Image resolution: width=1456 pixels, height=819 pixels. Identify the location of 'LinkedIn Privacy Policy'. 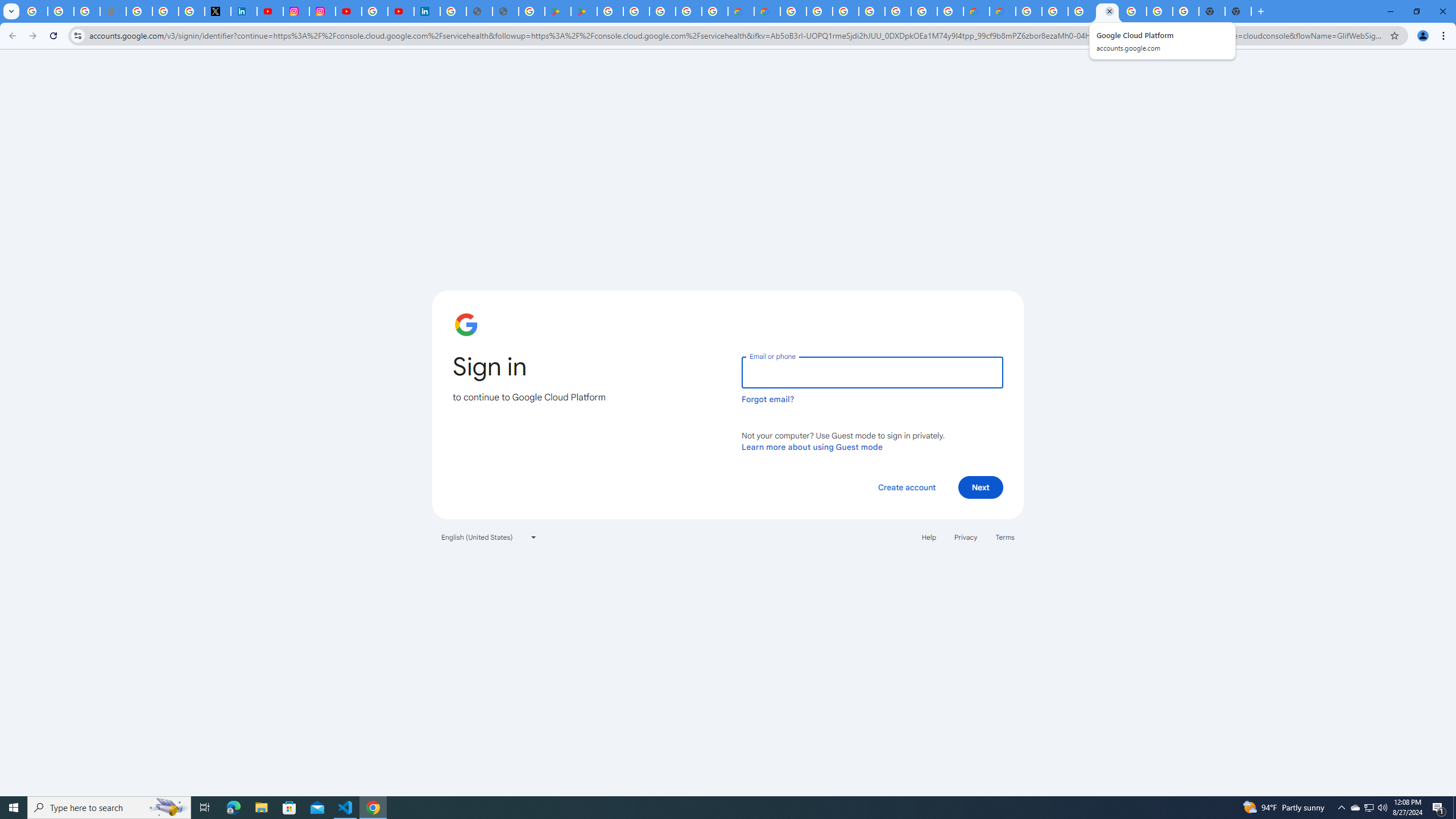
(243, 11).